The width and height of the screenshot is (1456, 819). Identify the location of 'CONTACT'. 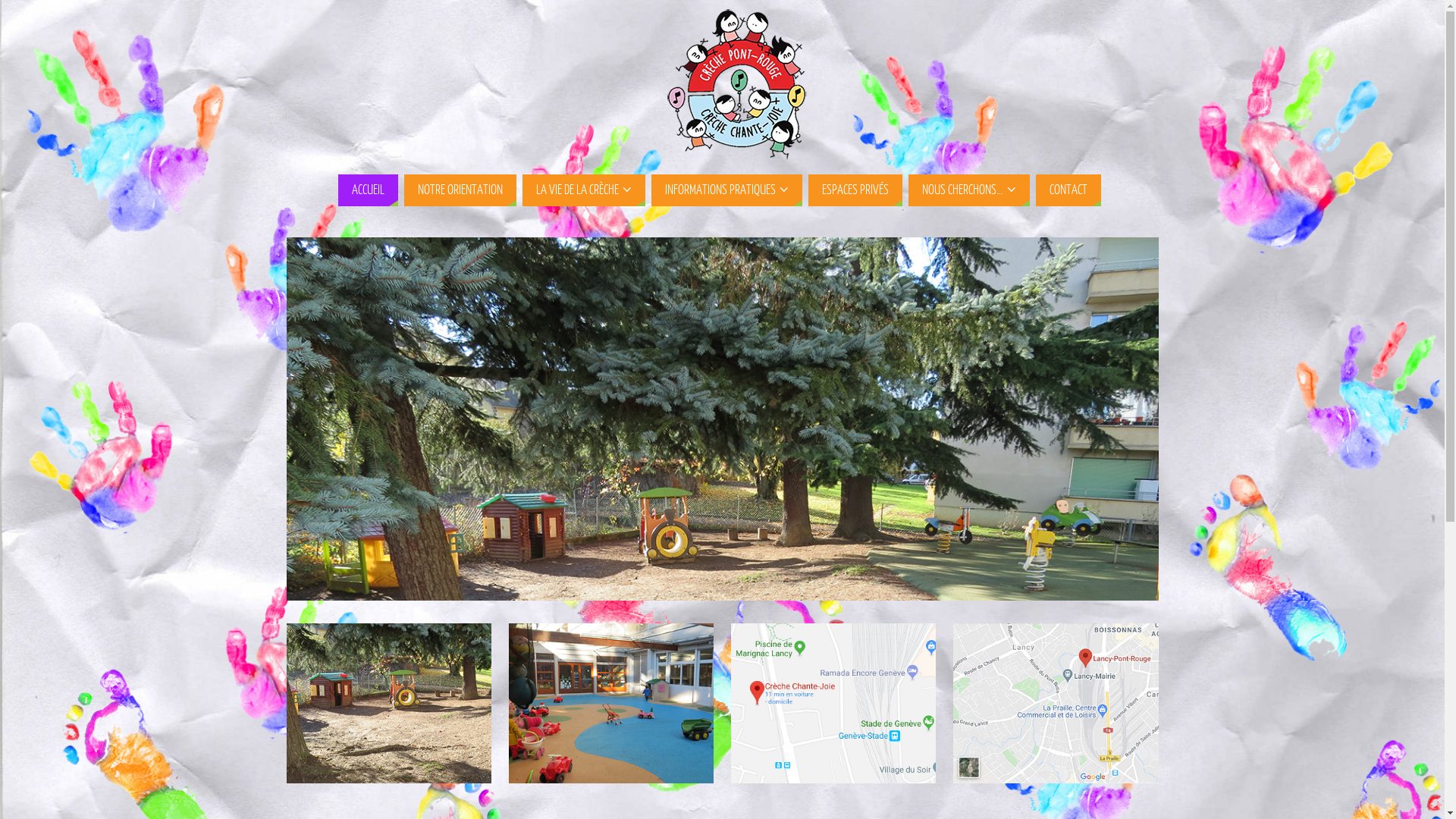
(1068, 189).